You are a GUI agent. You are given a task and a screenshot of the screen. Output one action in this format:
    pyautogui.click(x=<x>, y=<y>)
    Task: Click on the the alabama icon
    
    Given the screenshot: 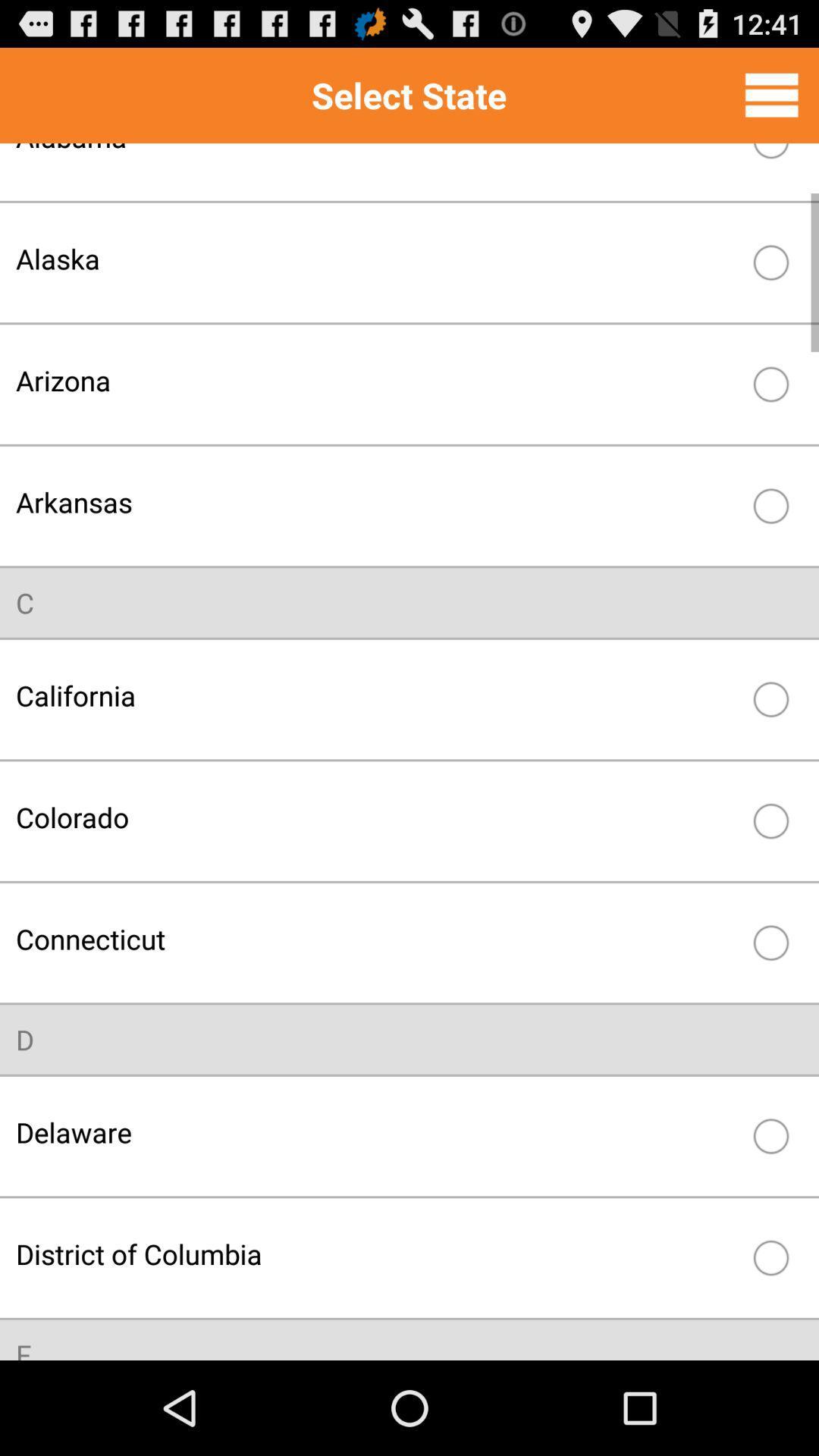 What is the action you would take?
    pyautogui.click(x=376, y=160)
    